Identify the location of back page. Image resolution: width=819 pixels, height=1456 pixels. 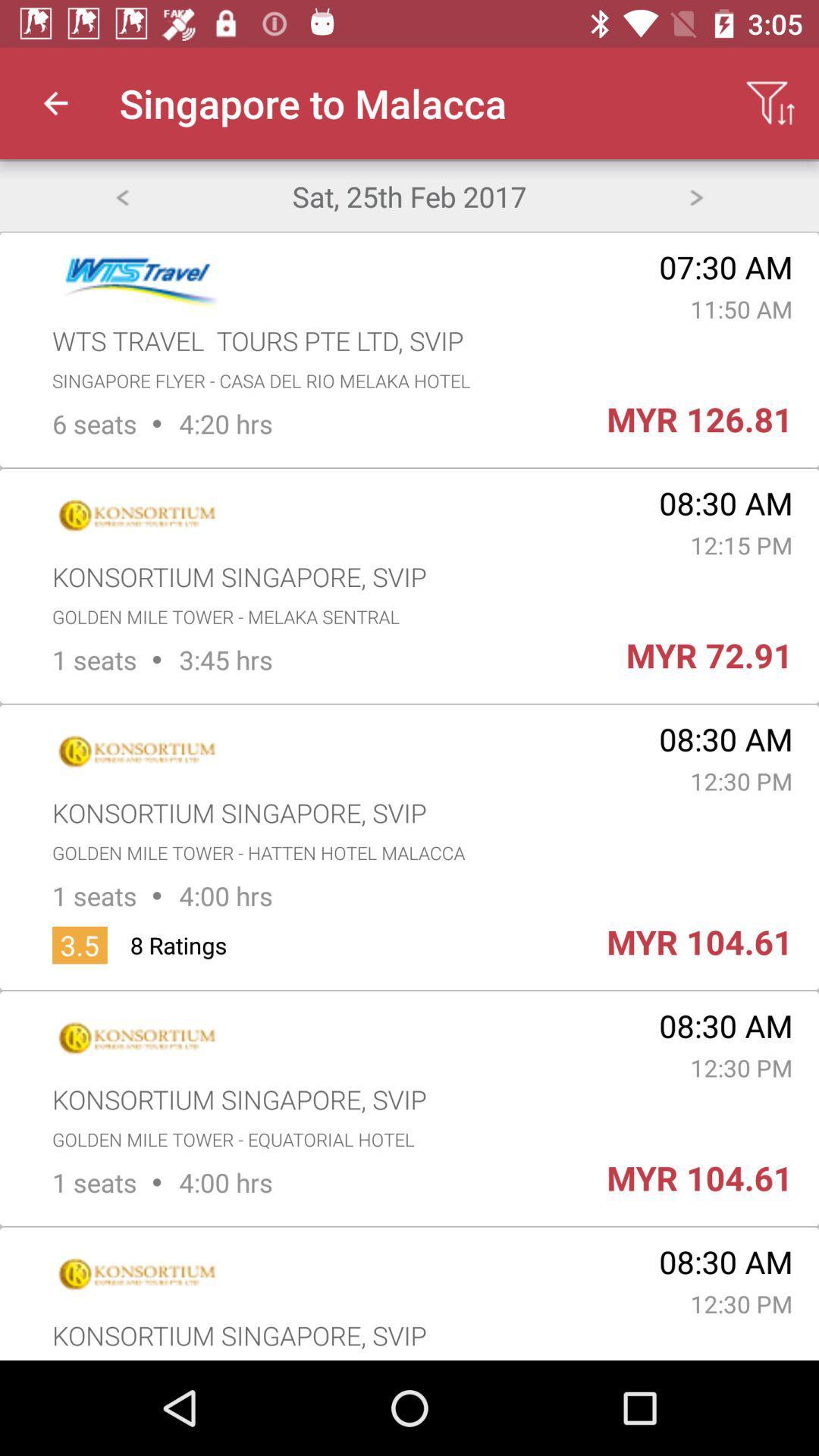
(121, 195).